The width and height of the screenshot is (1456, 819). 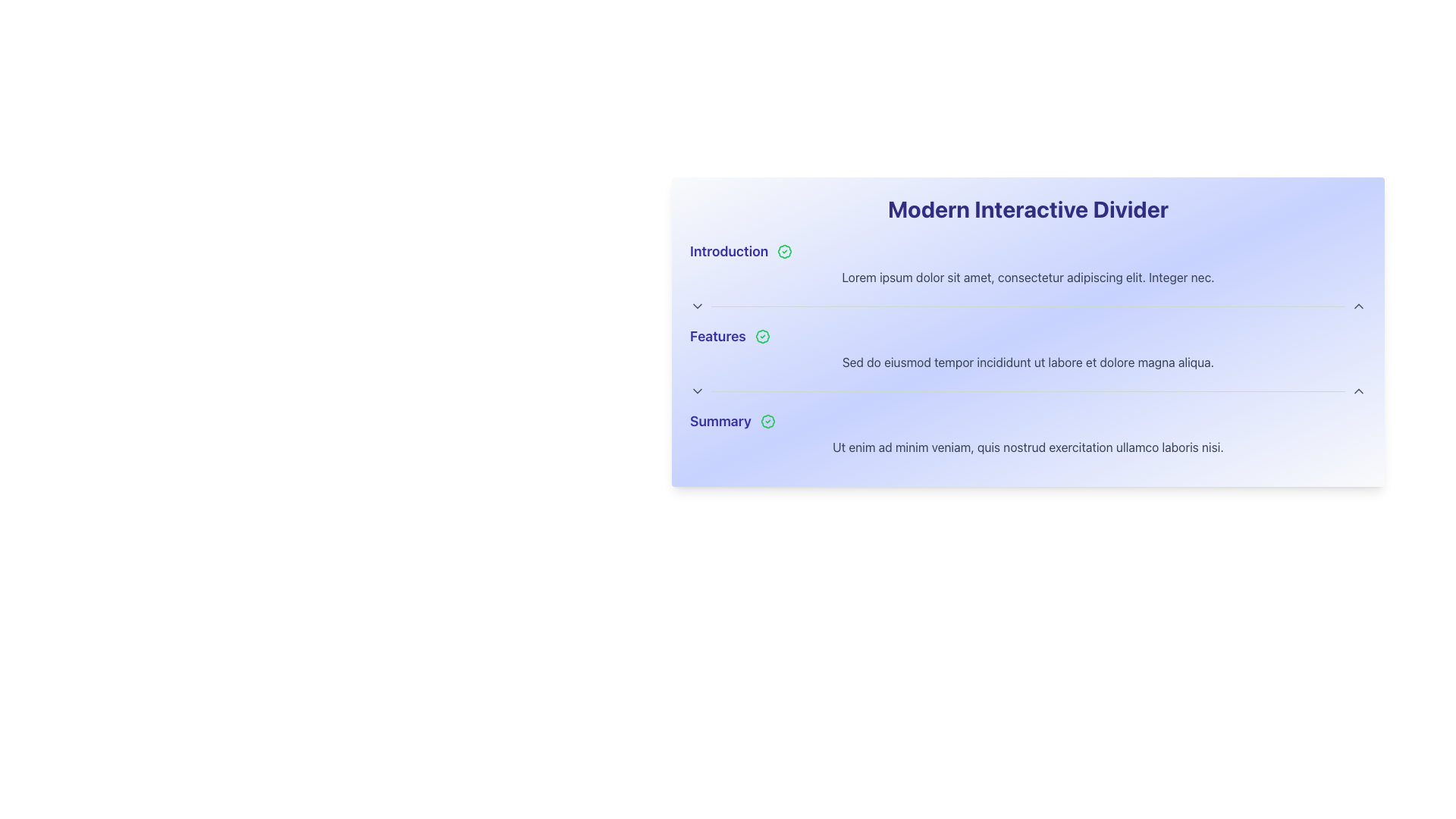 I want to click on the visual appearance of the badge or icon indicating the status related to the 'Introduction' section, which is positioned next to the label 'Introduction' at the top of the panel, so click(x=785, y=250).